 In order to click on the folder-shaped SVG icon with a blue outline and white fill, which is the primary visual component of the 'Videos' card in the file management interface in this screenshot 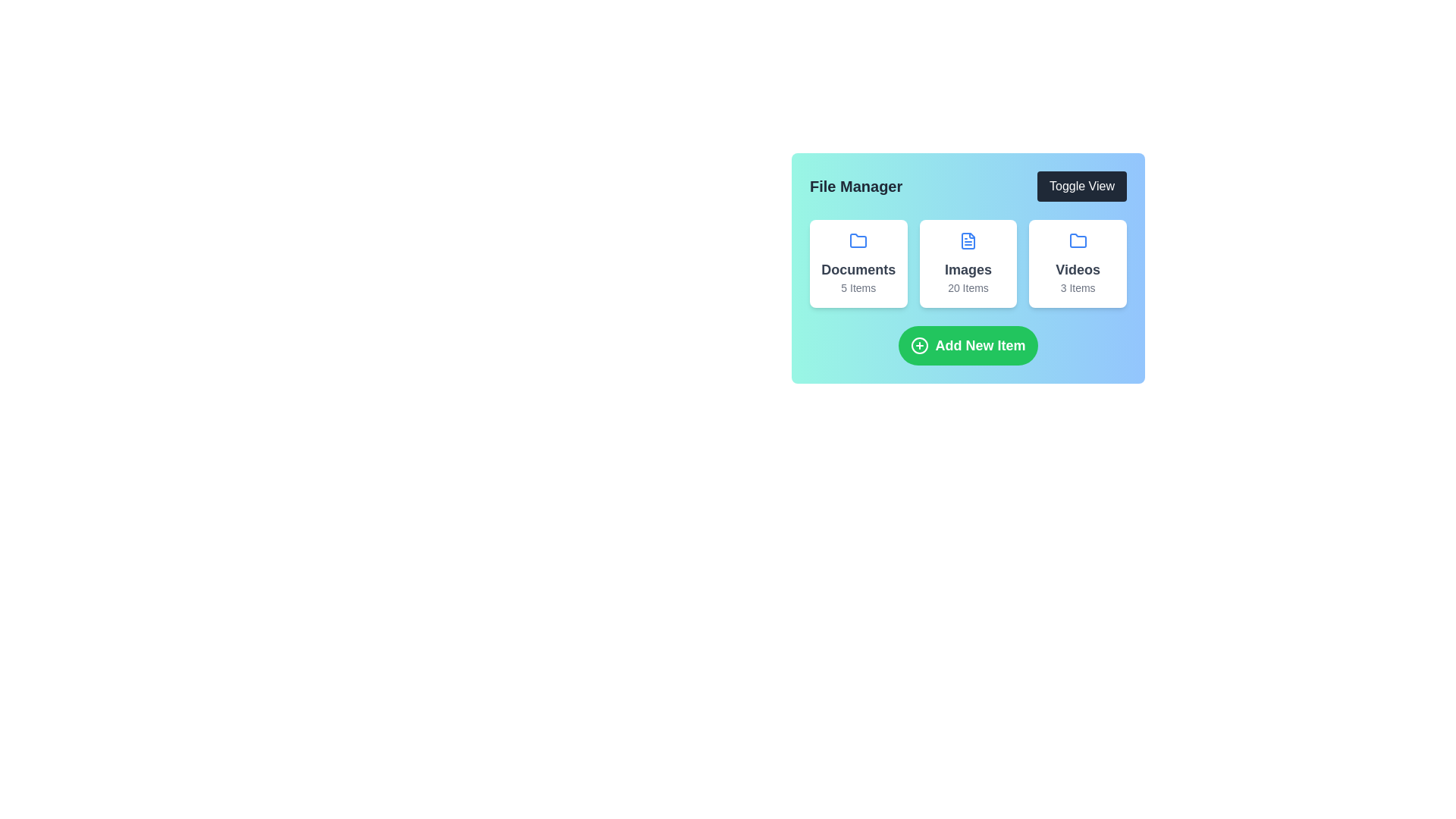, I will do `click(1077, 240)`.